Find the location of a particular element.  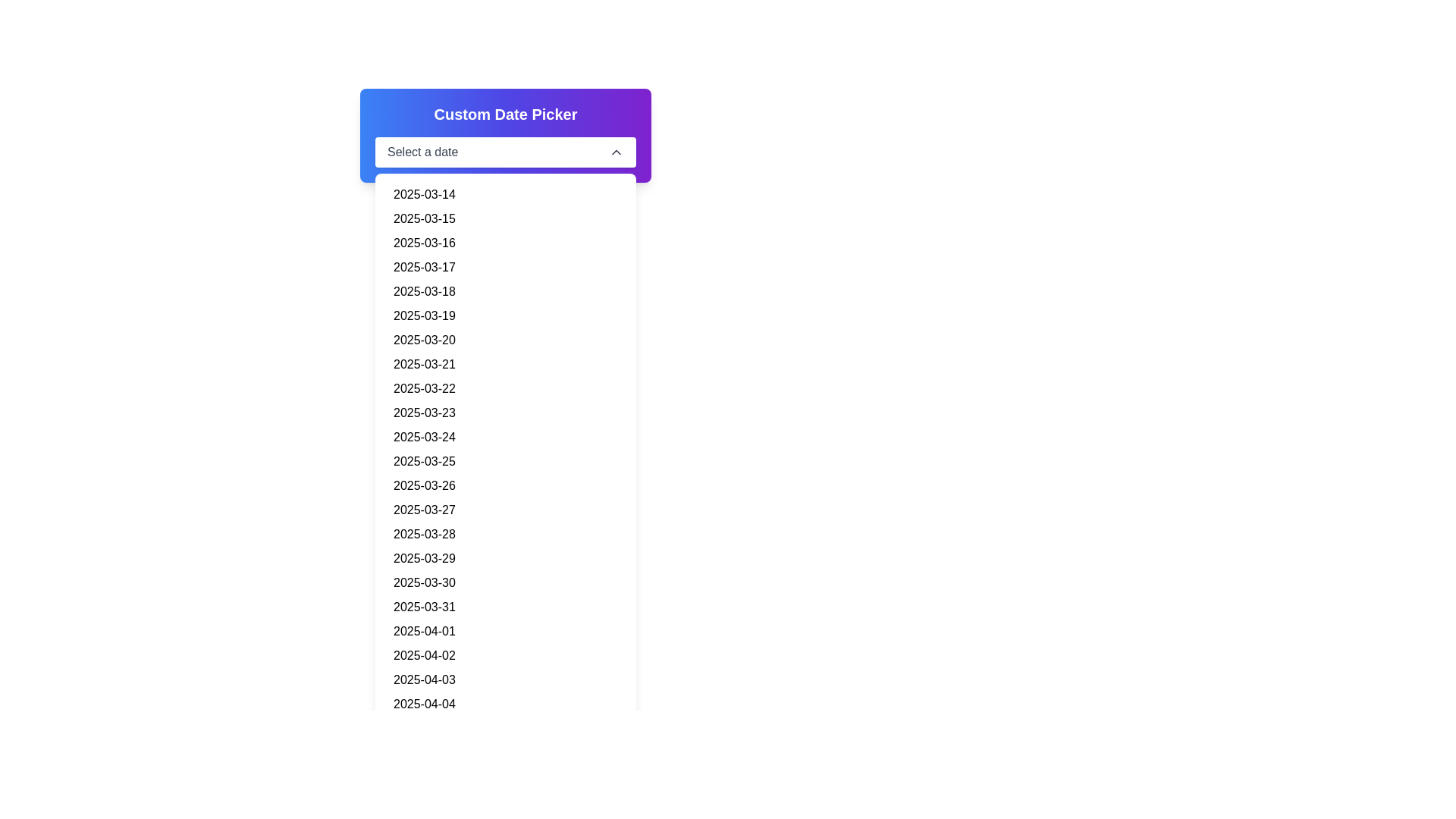

the clickable list item displaying the date '2025-03-25' is located at coordinates (506, 461).